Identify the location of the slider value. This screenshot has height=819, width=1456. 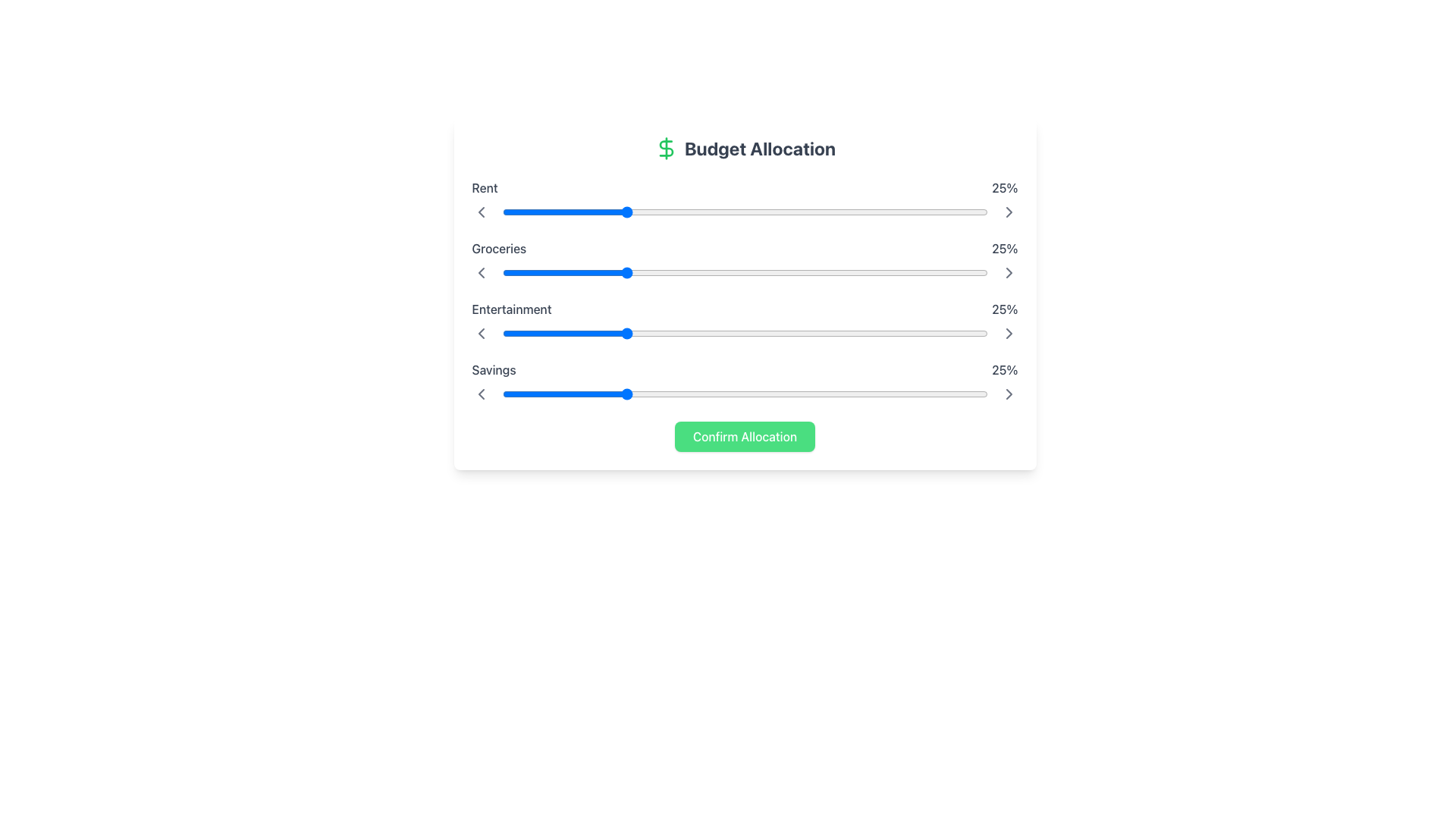
(914, 332).